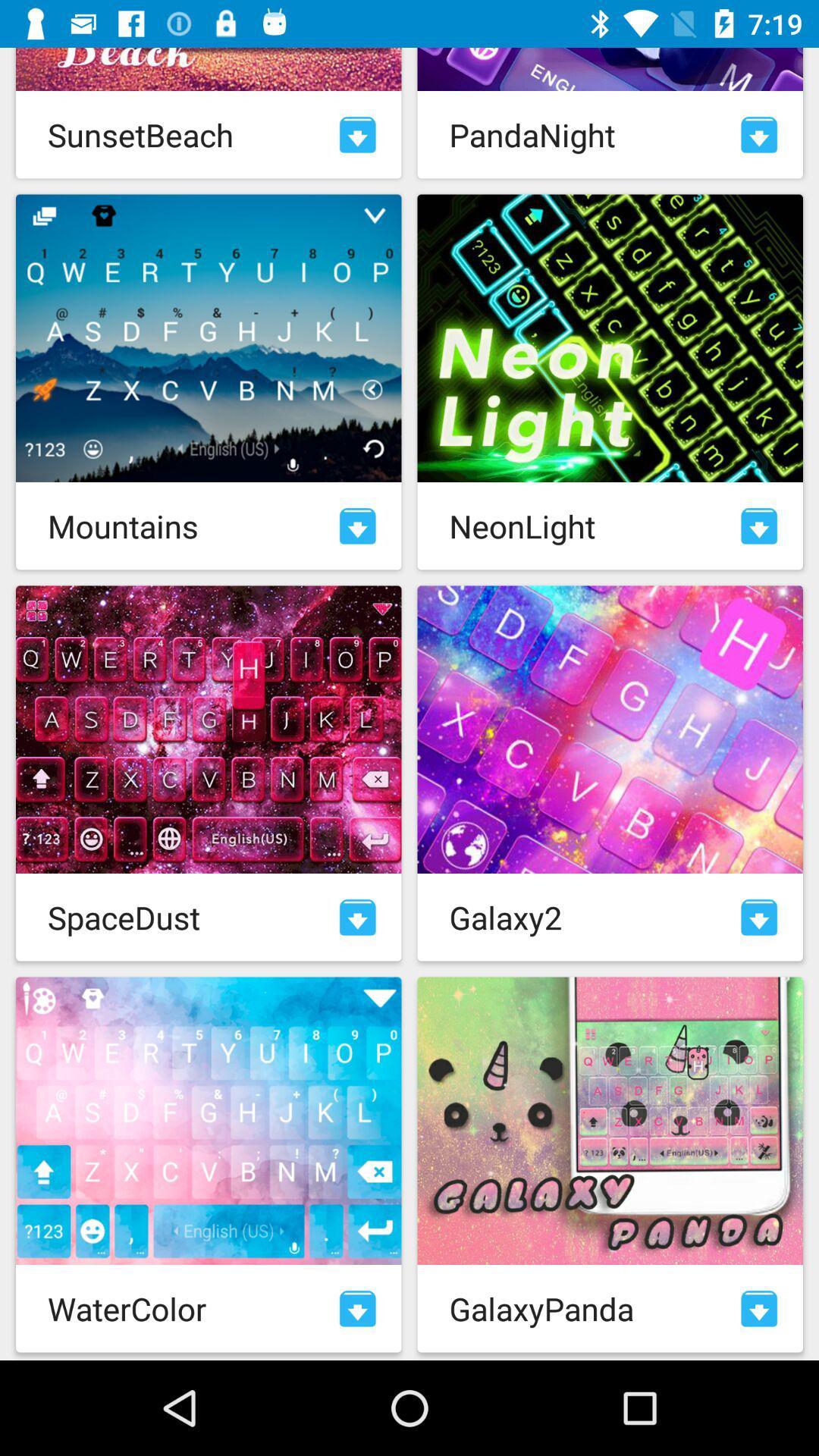 This screenshot has width=819, height=1456. What do you see at coordinates (759, 1307) in the screenshot?
I see `download galaxypanda theme` at bounding box center [759, 1307].